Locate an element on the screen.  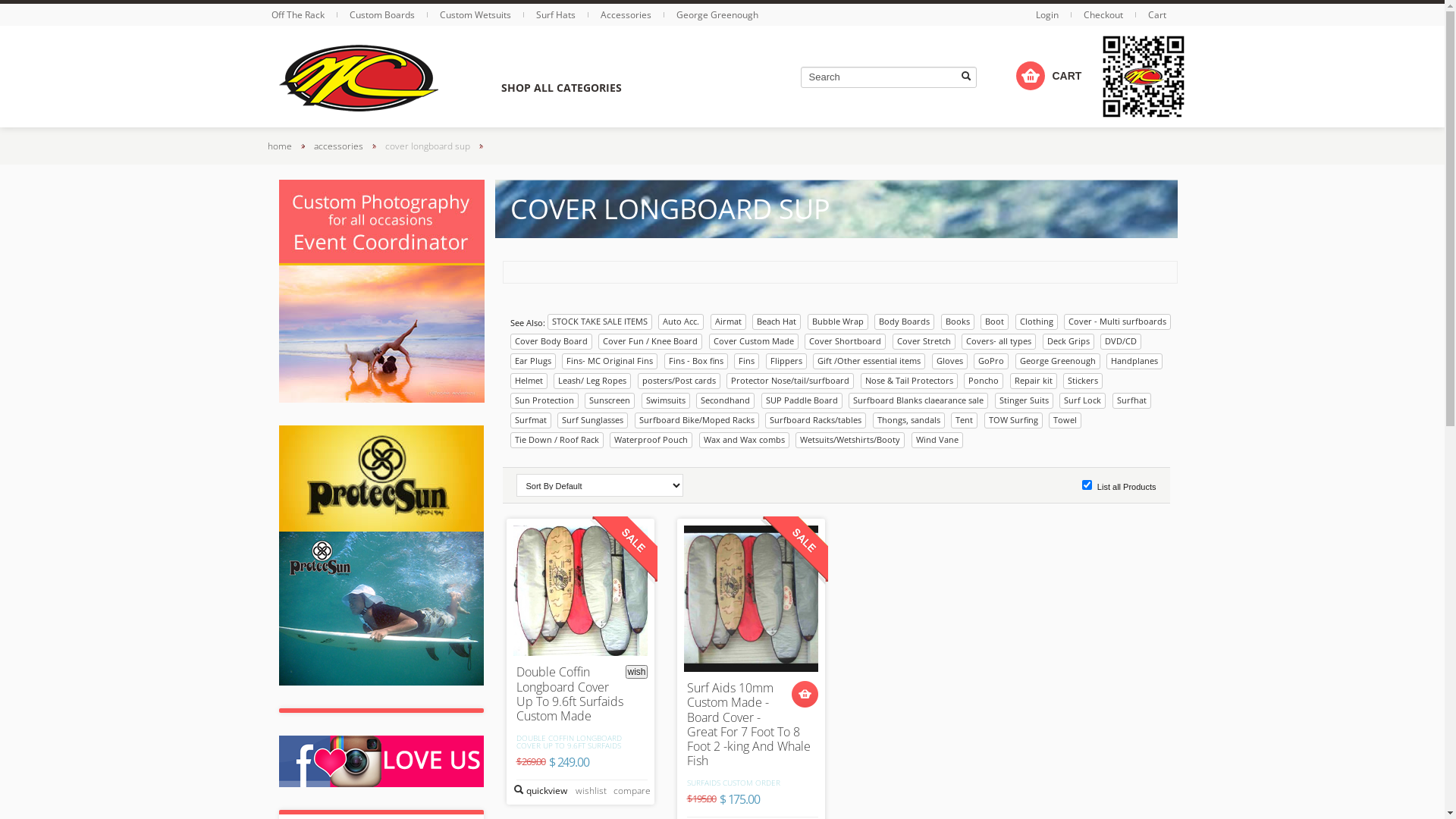
'Cover Stretch' is located at coordinates (922, 341).